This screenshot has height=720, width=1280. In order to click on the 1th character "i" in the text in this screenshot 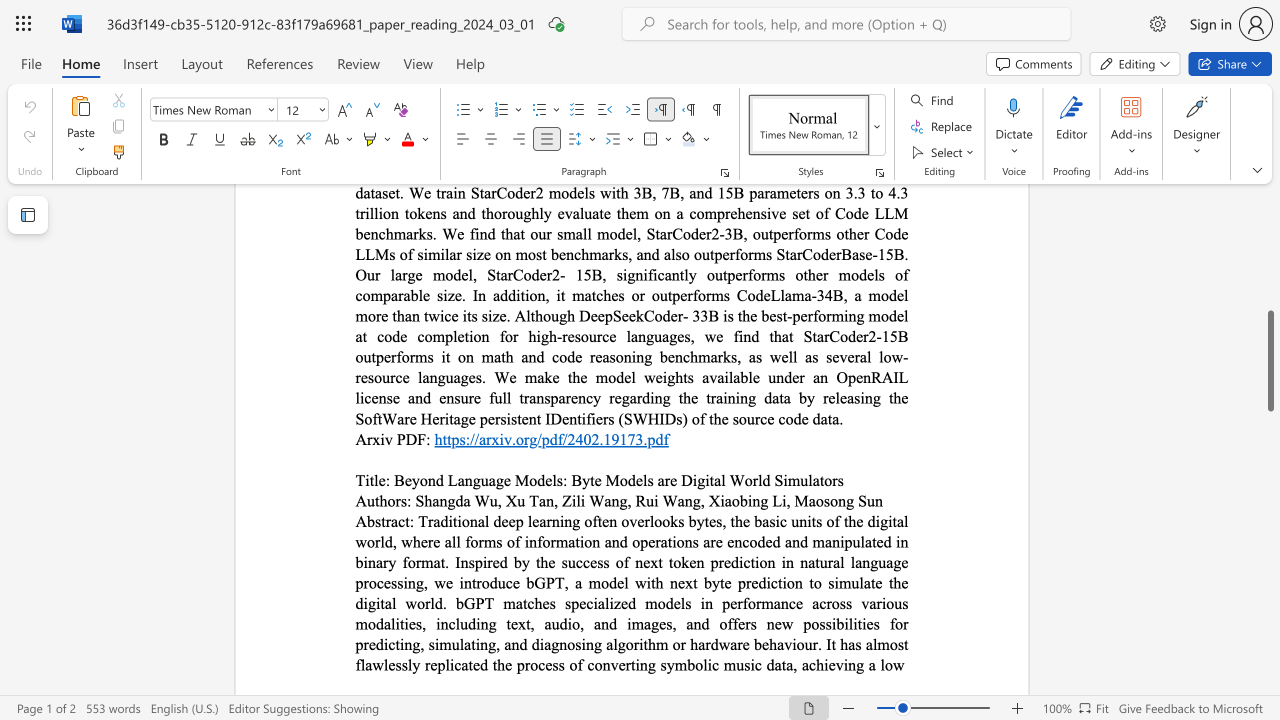, I will do `click(721, 499)`.